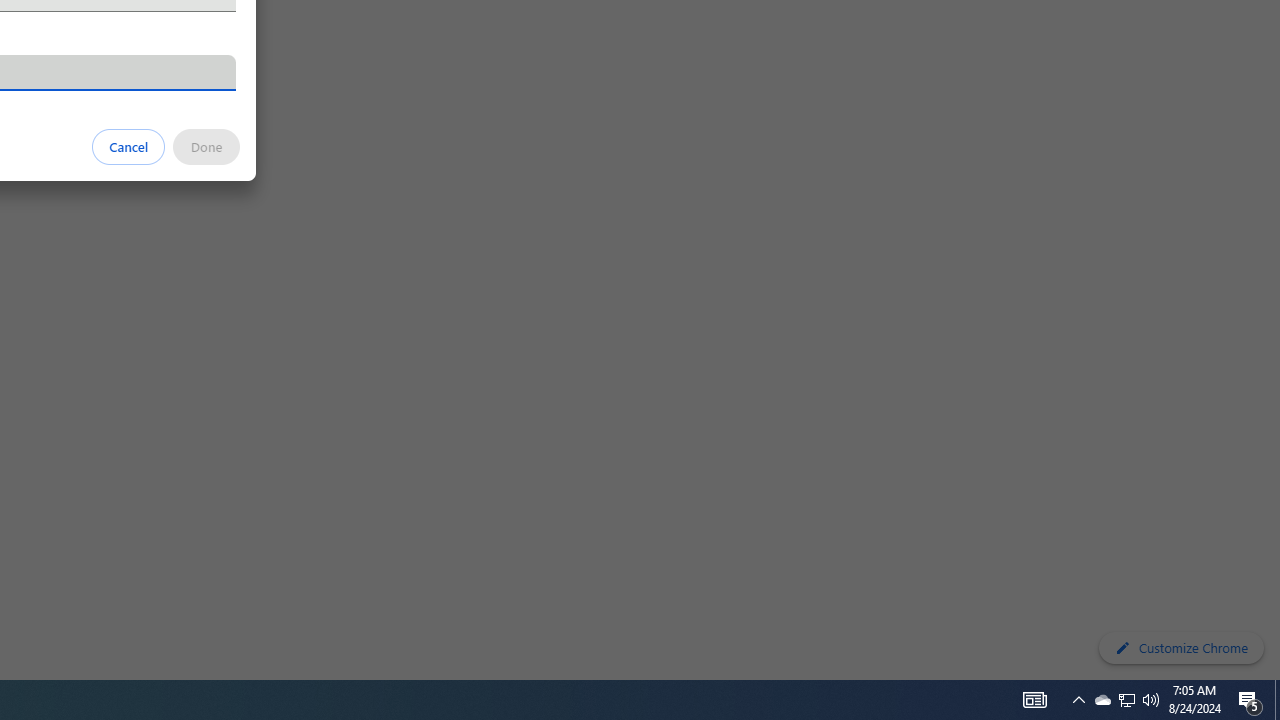 The image size is (1280, 720). What do you see at coordinates (128, 145) in the screenshot?
I see `'Cancel'` at bounding box center [128, 145].